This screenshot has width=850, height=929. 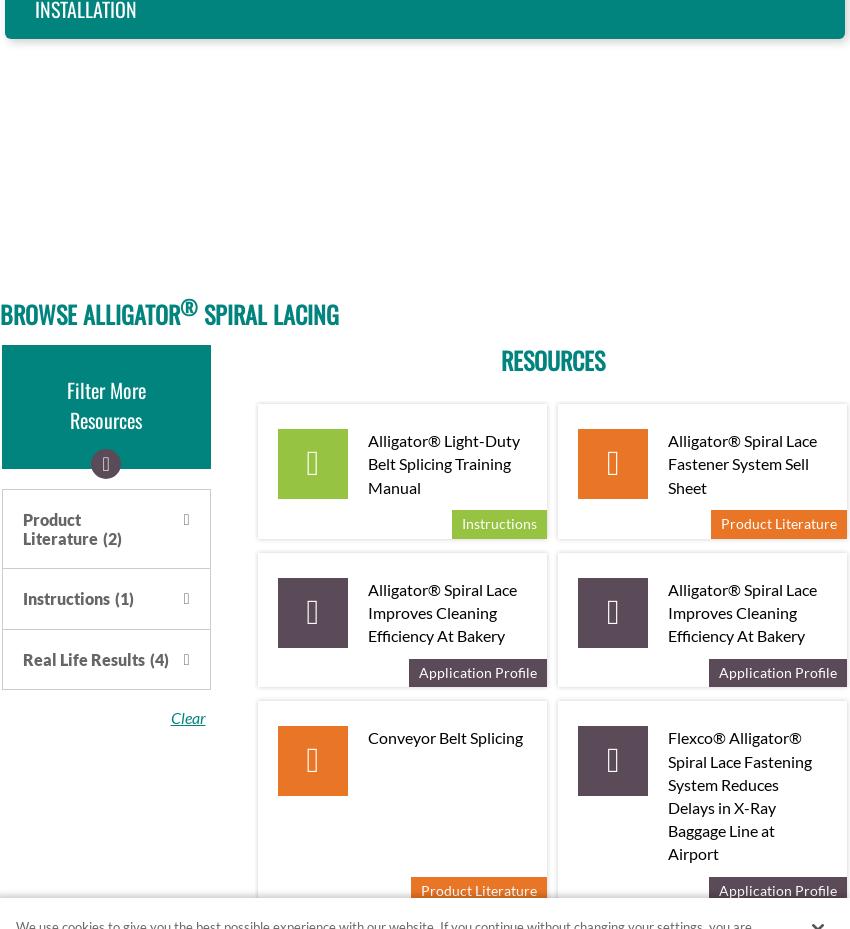 I want to click on 'Belts from 0.063” to 0.188” (1.6 mm to 4.6 mm) thick', so click(x=218, y=132).